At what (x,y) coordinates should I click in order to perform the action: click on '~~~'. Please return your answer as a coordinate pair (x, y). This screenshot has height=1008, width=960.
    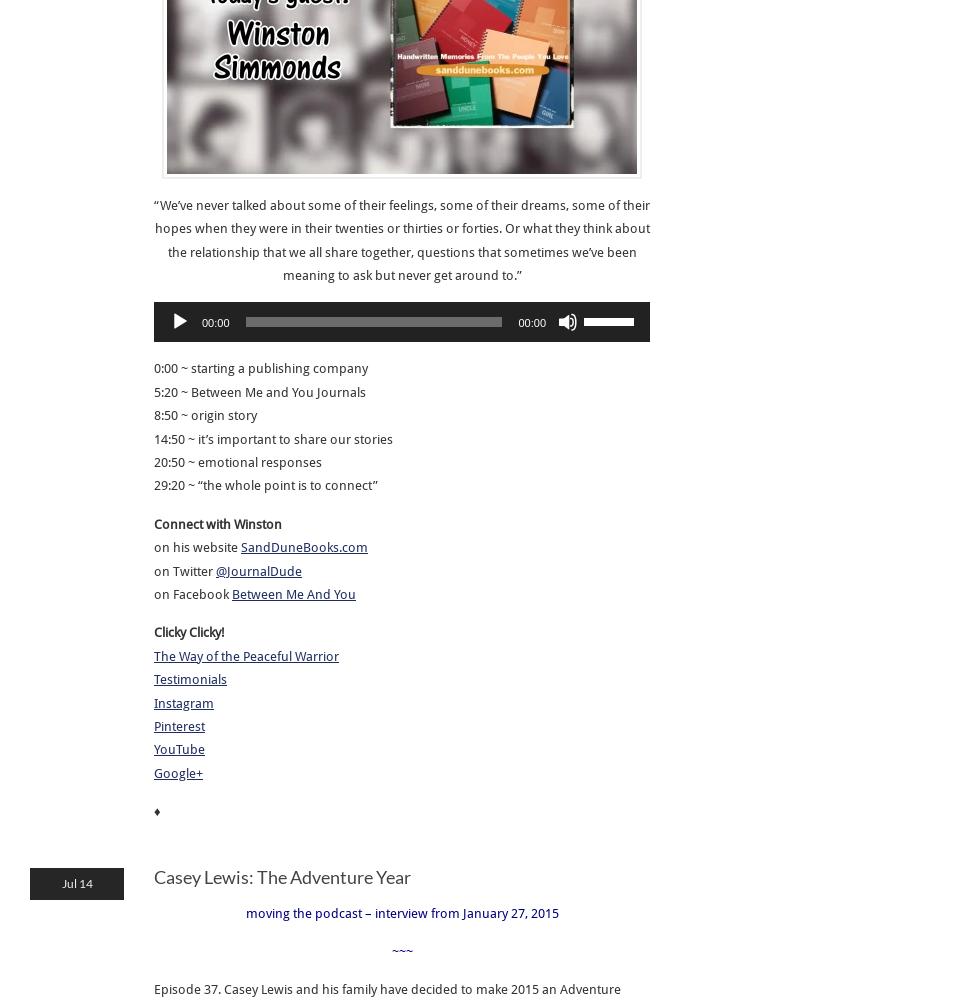
    Looking at the image, I should click on (400, 951).